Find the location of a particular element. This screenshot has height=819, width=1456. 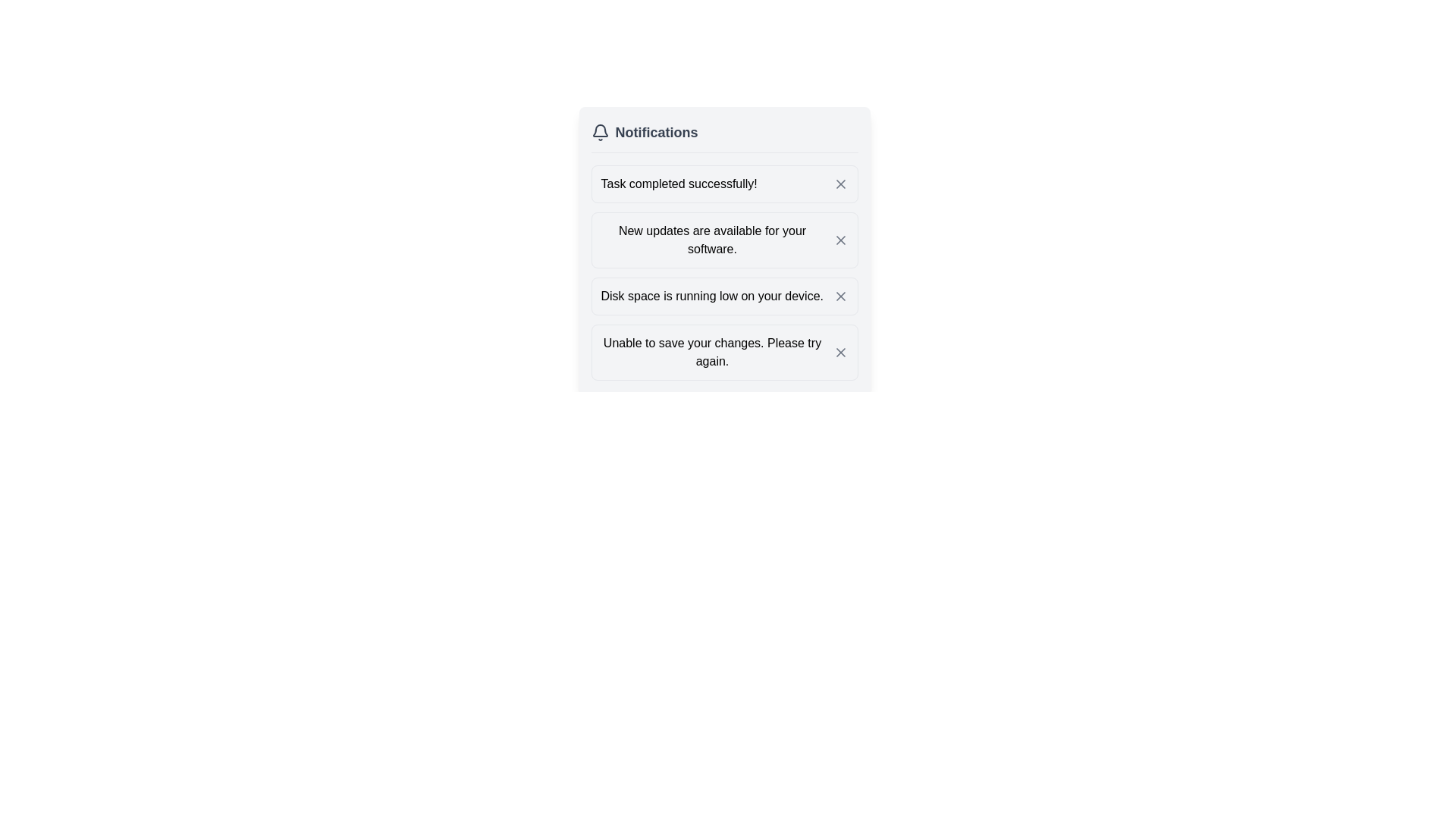

text label displaying 'Notifications' in bold gray font, located to the right of a bell icon at the top of the notifications panel is located at coordinates (656, 131).